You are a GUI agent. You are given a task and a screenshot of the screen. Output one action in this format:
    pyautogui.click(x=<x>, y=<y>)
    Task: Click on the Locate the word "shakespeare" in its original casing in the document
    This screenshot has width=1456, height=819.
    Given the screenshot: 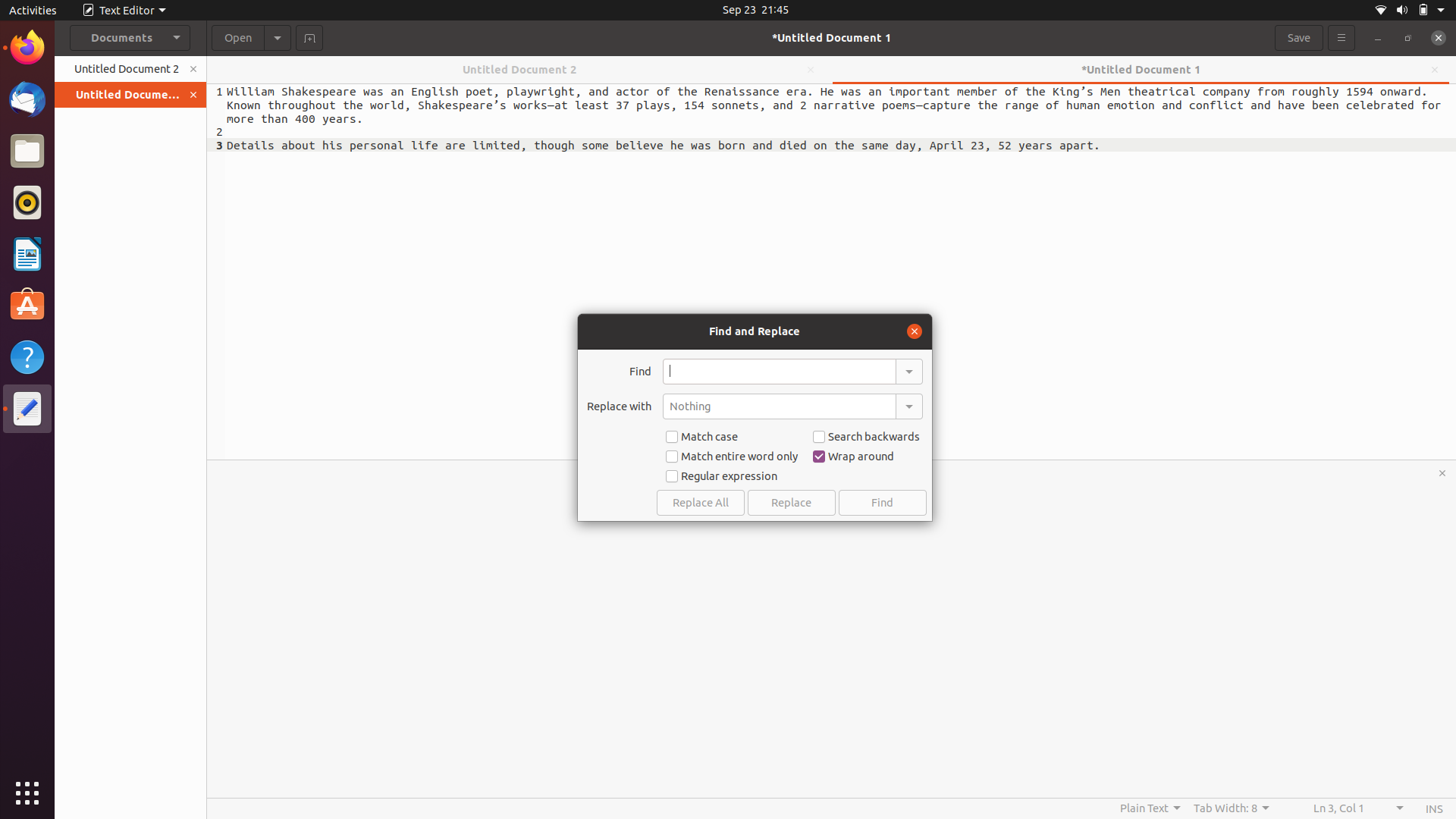 What is the action you would take?
    pyautogui.click(x=779, y=371)
    